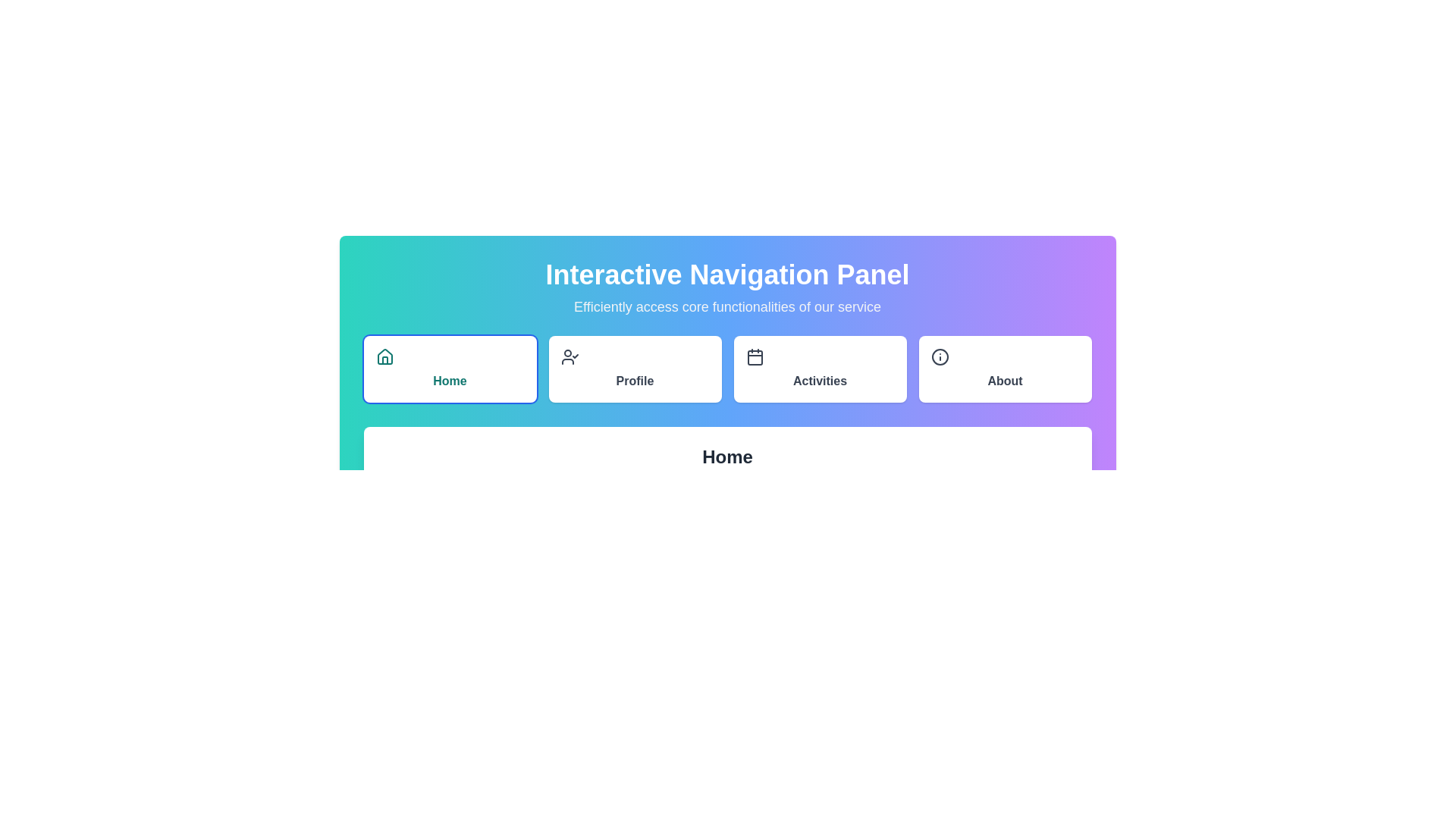 The height and width of the screenshot is (819, 1456). Describe the element at coordinates (449, 369) in the screenshot. I see `the leftmost navigation button under the 'Interactive Navigation Panel' to activate its hover effect` at that location.